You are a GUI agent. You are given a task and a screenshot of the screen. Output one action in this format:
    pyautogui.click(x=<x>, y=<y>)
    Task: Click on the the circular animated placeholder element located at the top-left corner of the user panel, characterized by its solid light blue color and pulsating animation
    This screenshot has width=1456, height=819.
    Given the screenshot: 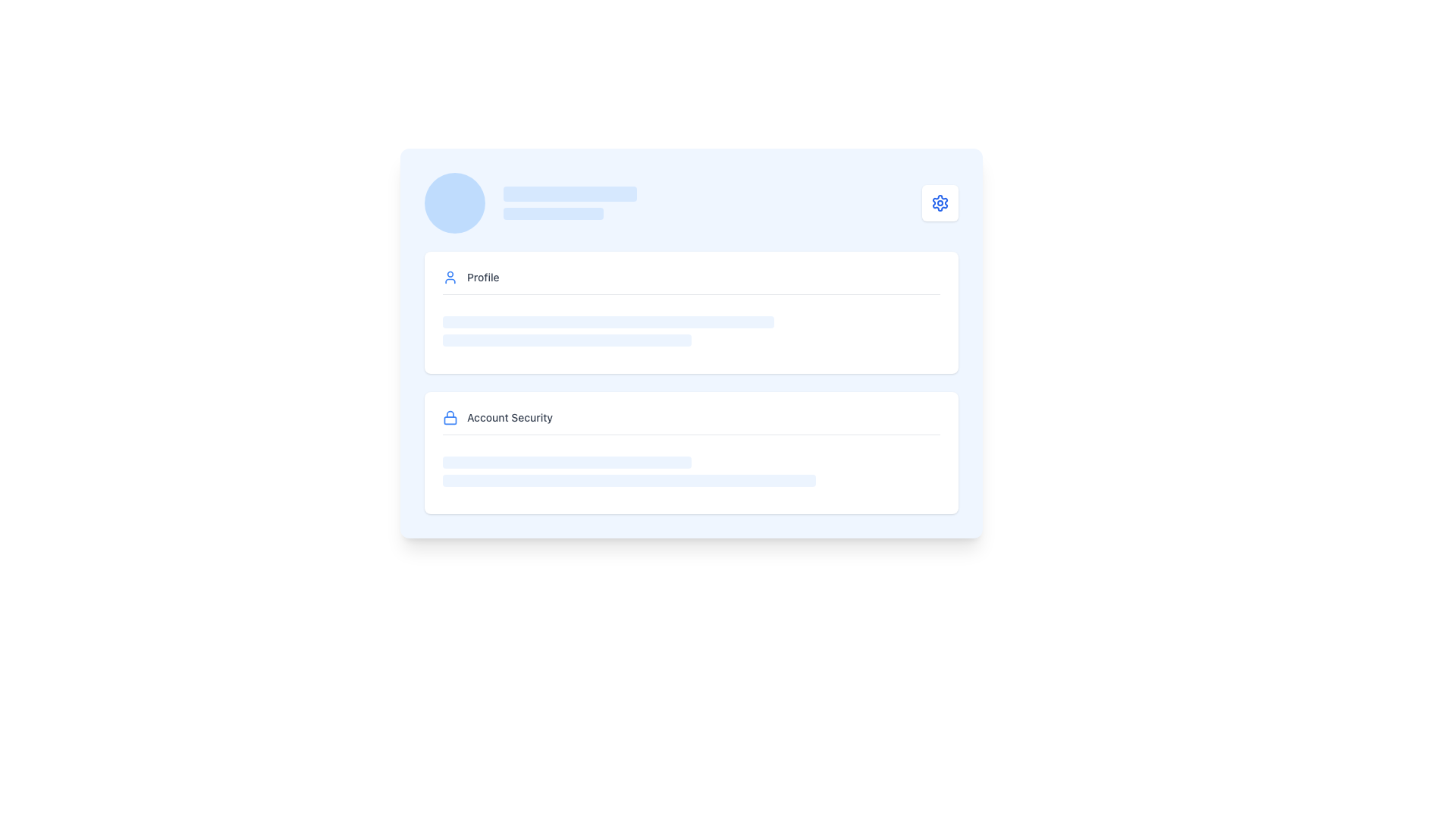 What is the action you would take?
    pyautogui.click(x=454, y=202)
    